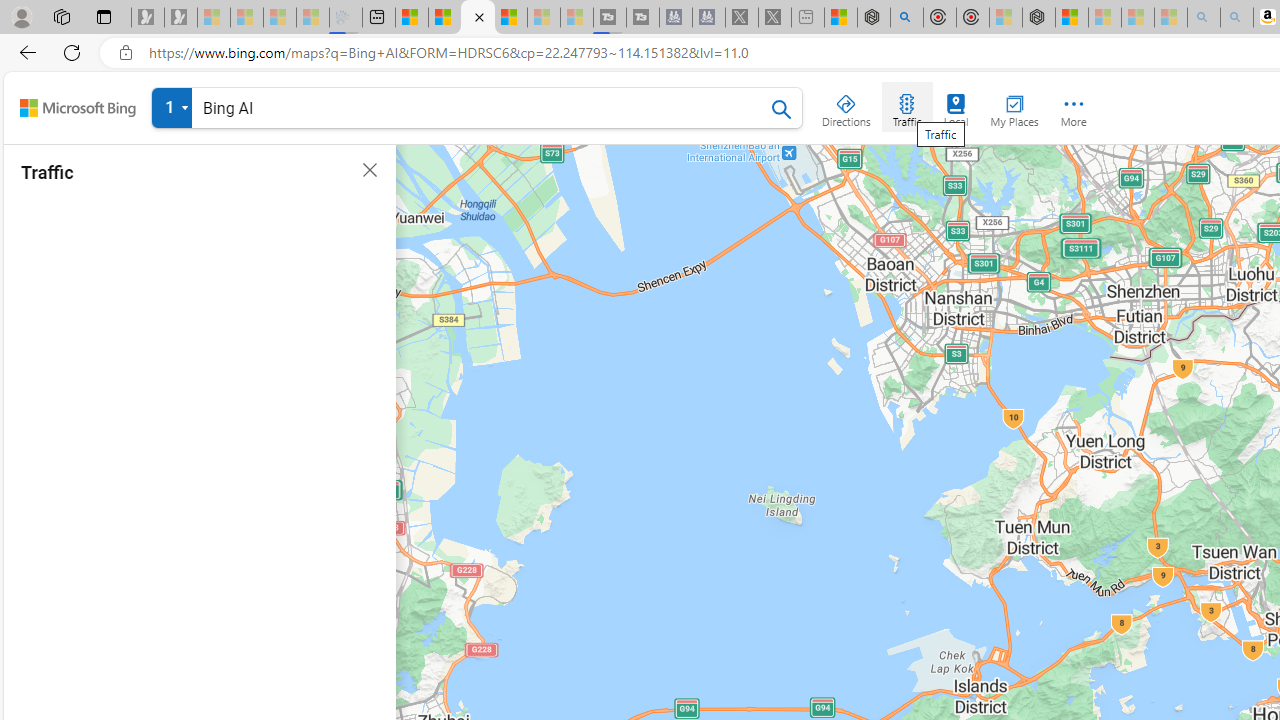 This screenshot has height=720, width=1280. I want to click on 'poe - Search', so click(905, 17).